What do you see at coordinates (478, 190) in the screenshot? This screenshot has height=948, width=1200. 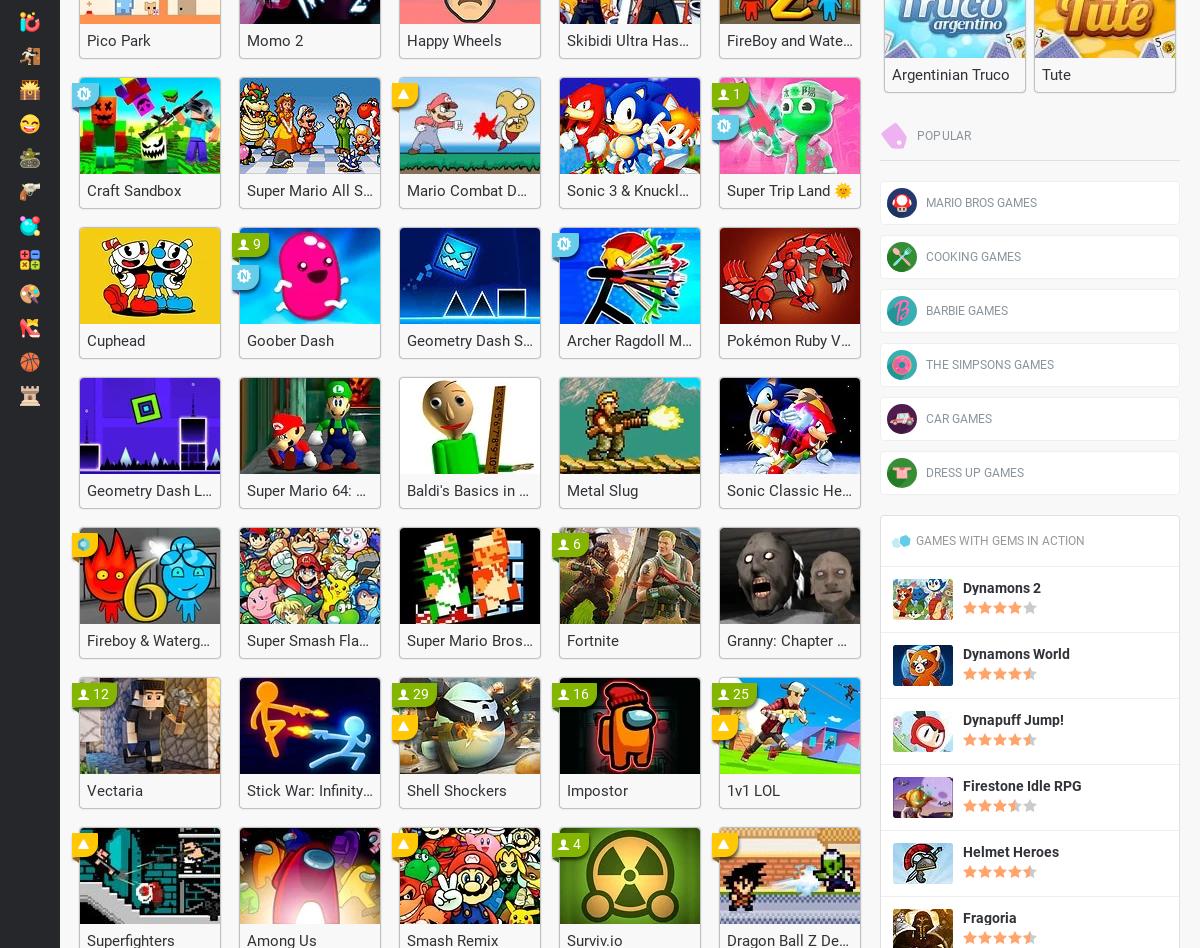 I see `'Mario Combat Deluxe'` at bounding box center [478, 190].